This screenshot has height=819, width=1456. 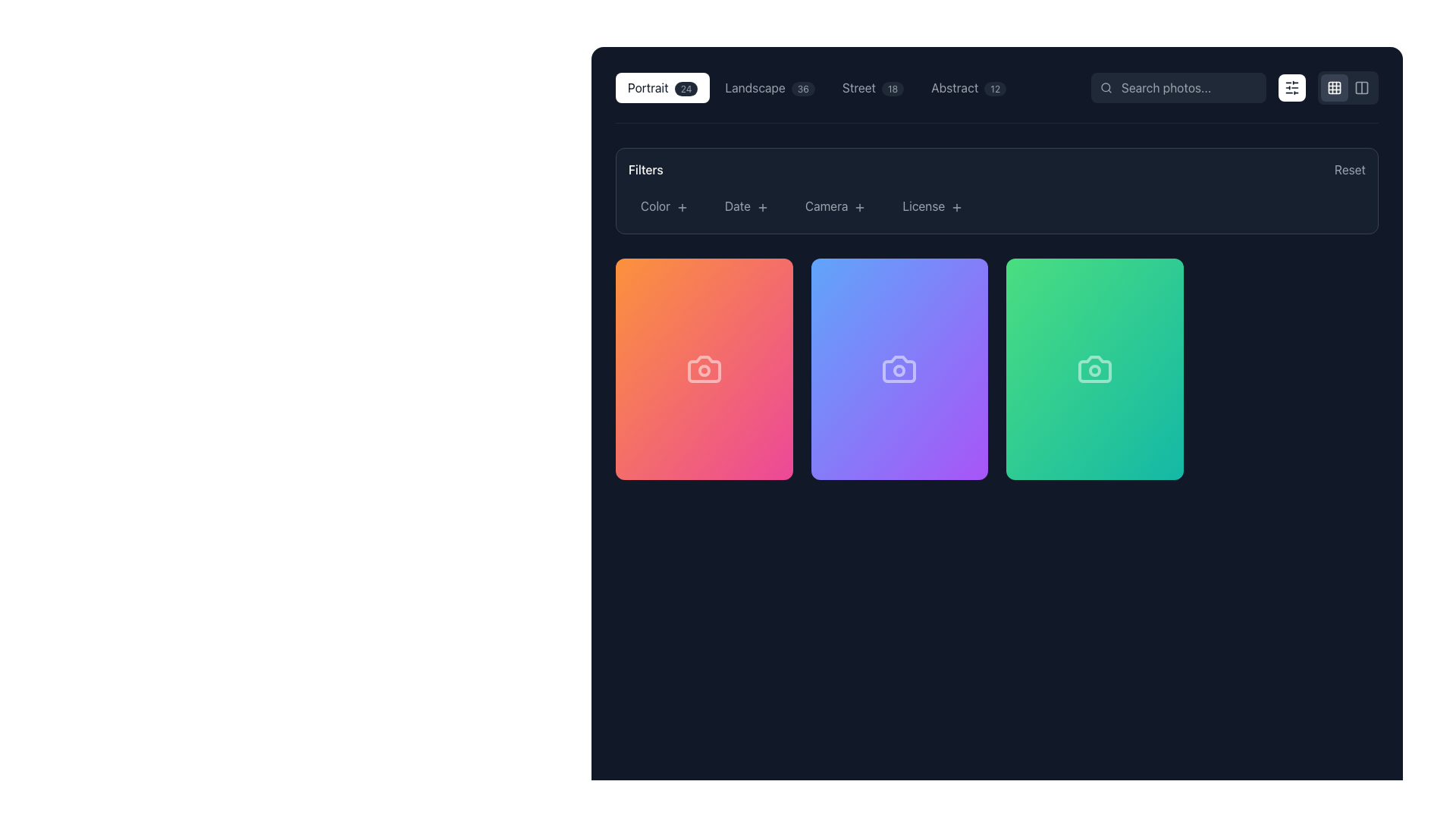 I want to click on the plus icon located to the right of the 'Color' label text, so click(x=681, y=207).